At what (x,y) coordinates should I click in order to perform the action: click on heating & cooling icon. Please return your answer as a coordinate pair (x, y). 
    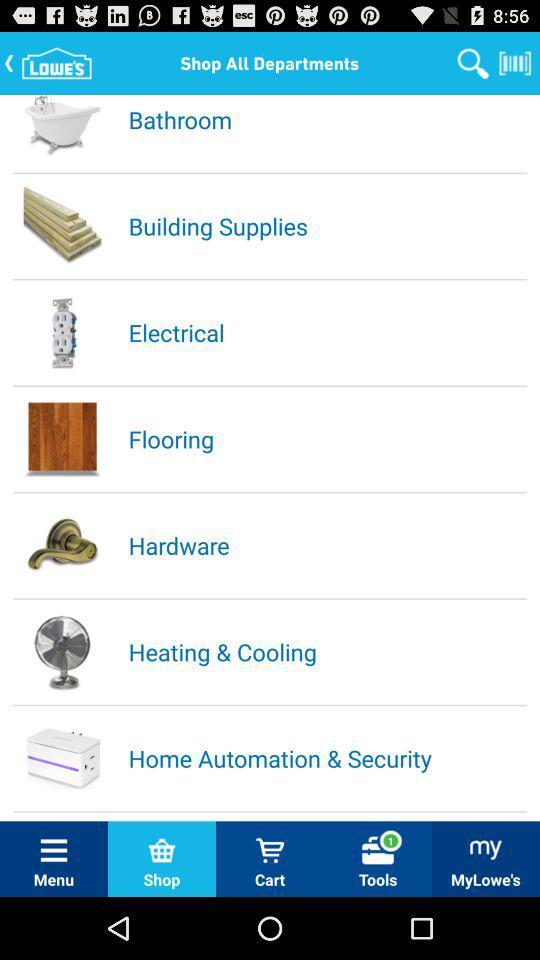
    Looking at the image, I should click on (326, 650).